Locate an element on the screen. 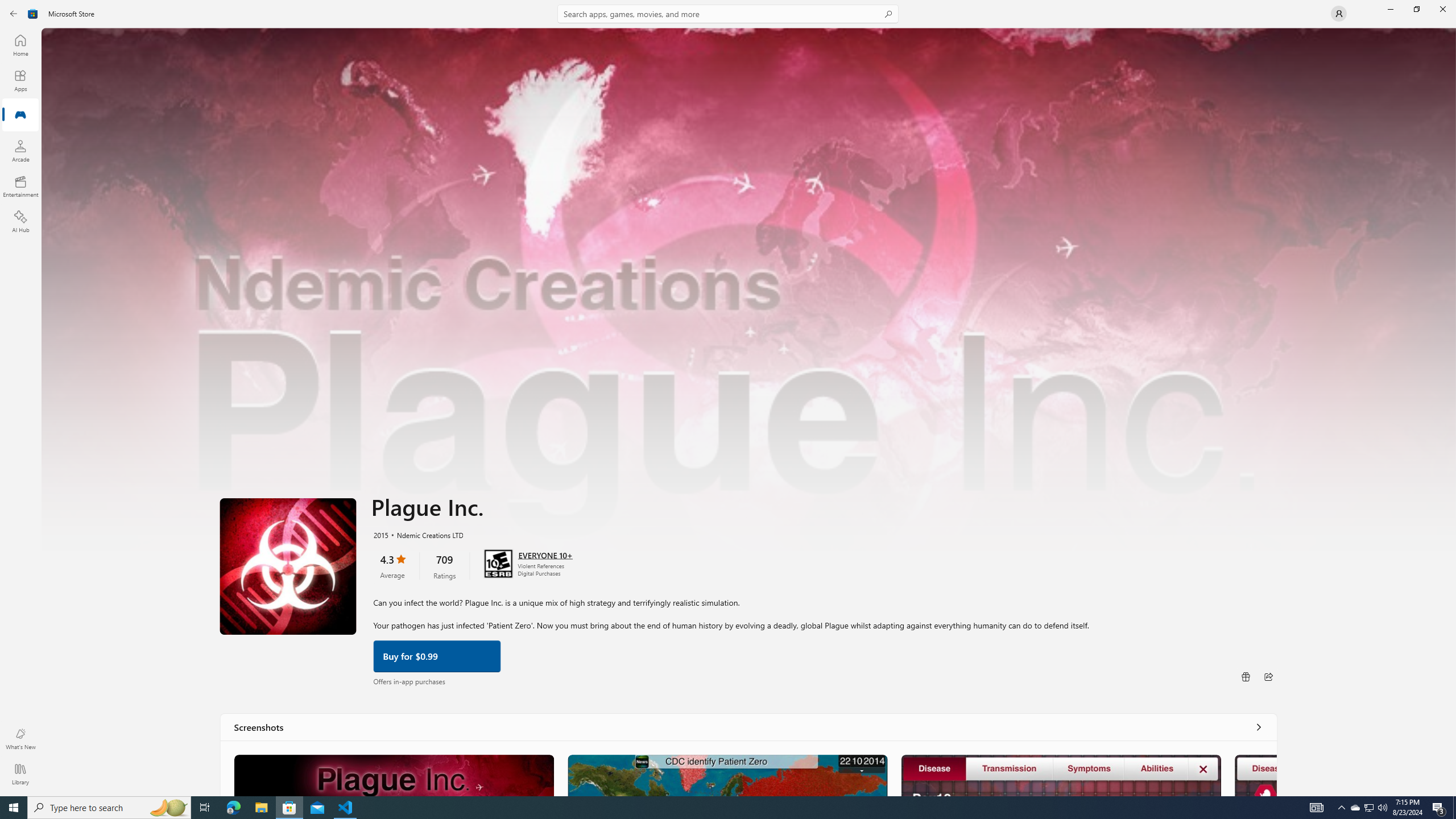 This screenshot has width=1456, height=819. 'Screenshot 4' is located at coordinates (1256, 775).